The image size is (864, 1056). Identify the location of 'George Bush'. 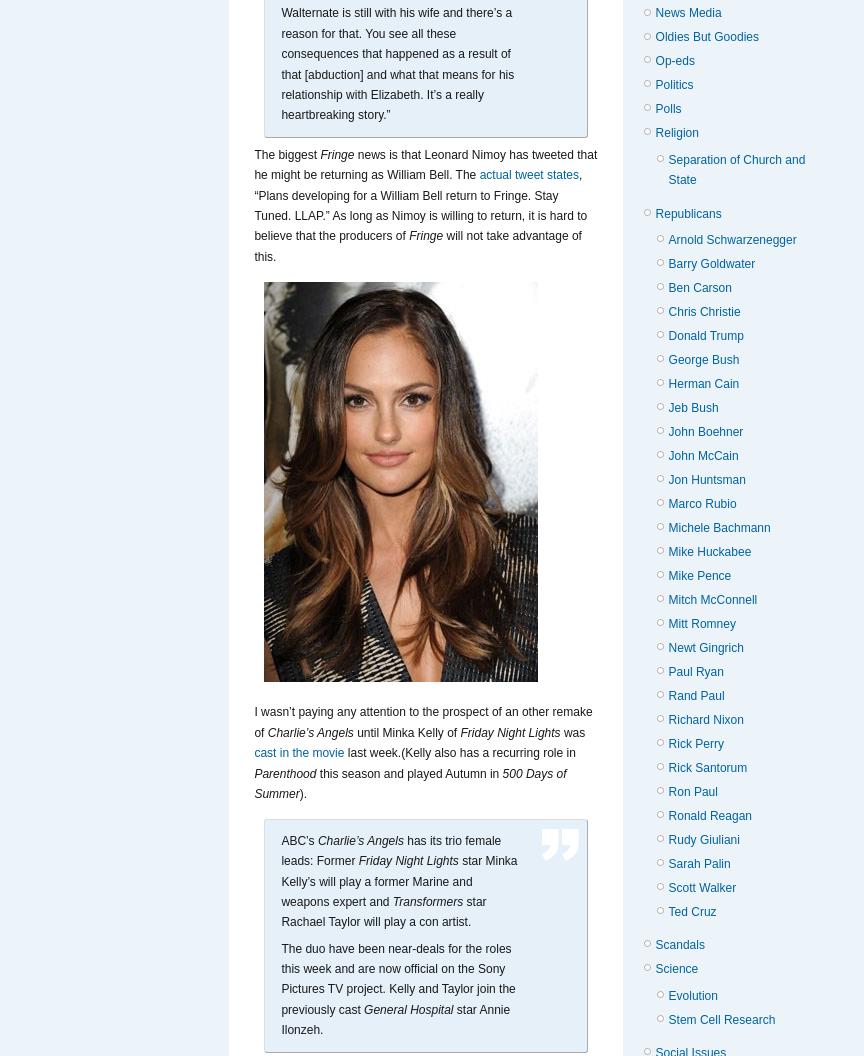
(703, 358).